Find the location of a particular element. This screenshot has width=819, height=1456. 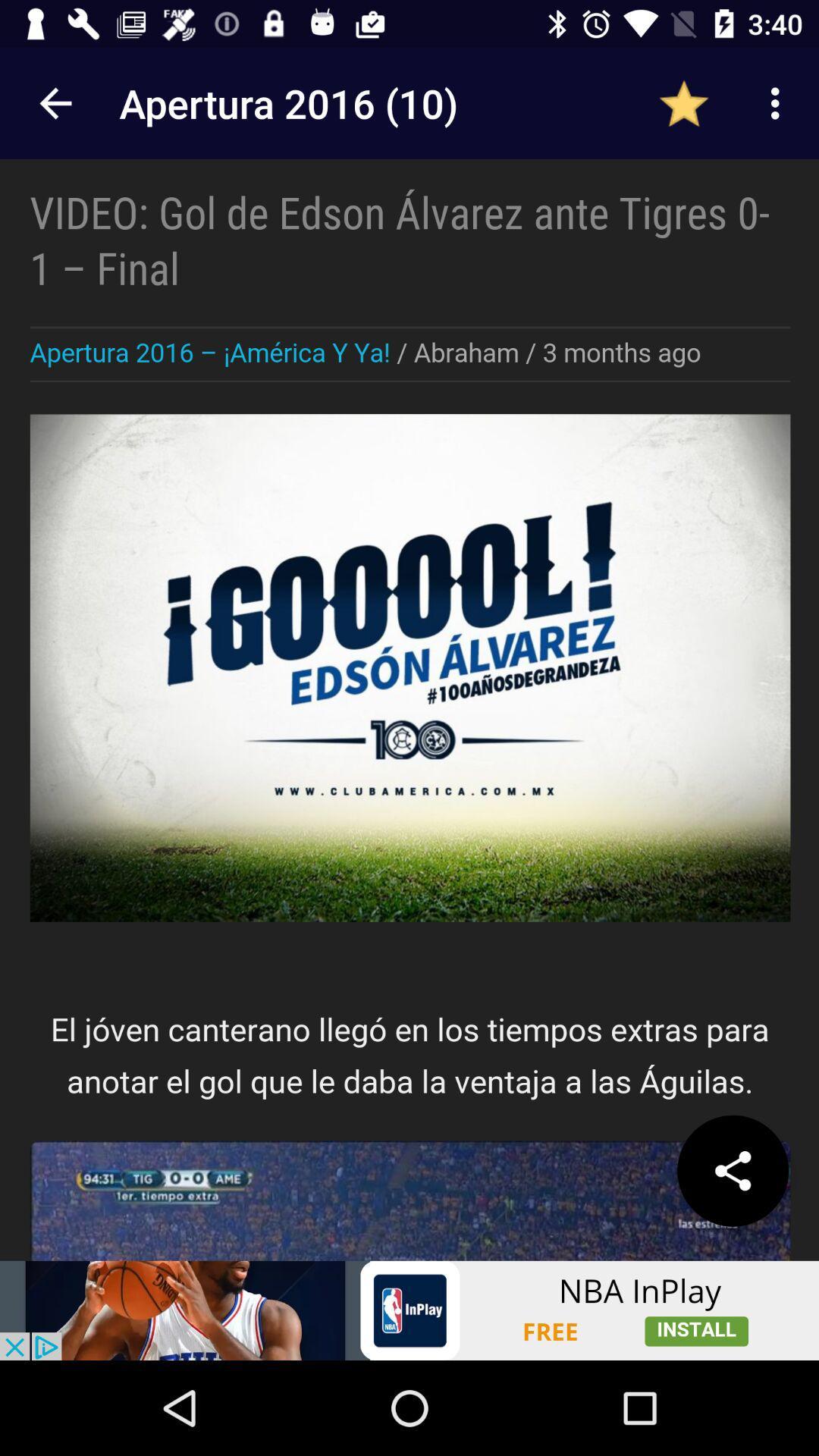

advertisement is located at coordinates (409, 1310).